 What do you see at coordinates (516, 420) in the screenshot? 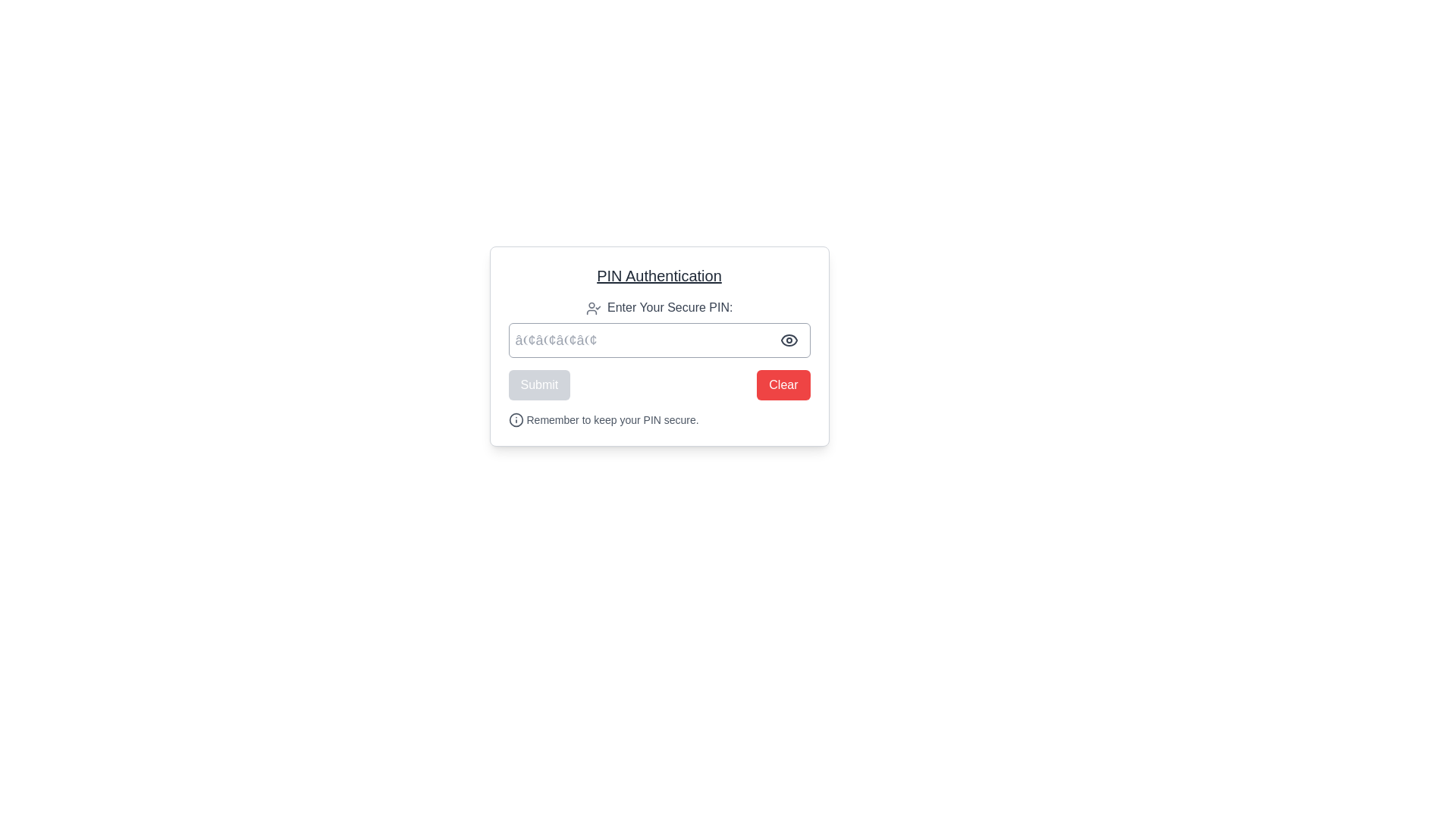
I see `the informational icon located to the left of the text 'Remember to keep your PIN secure.'` at bounding box center [516, 420].